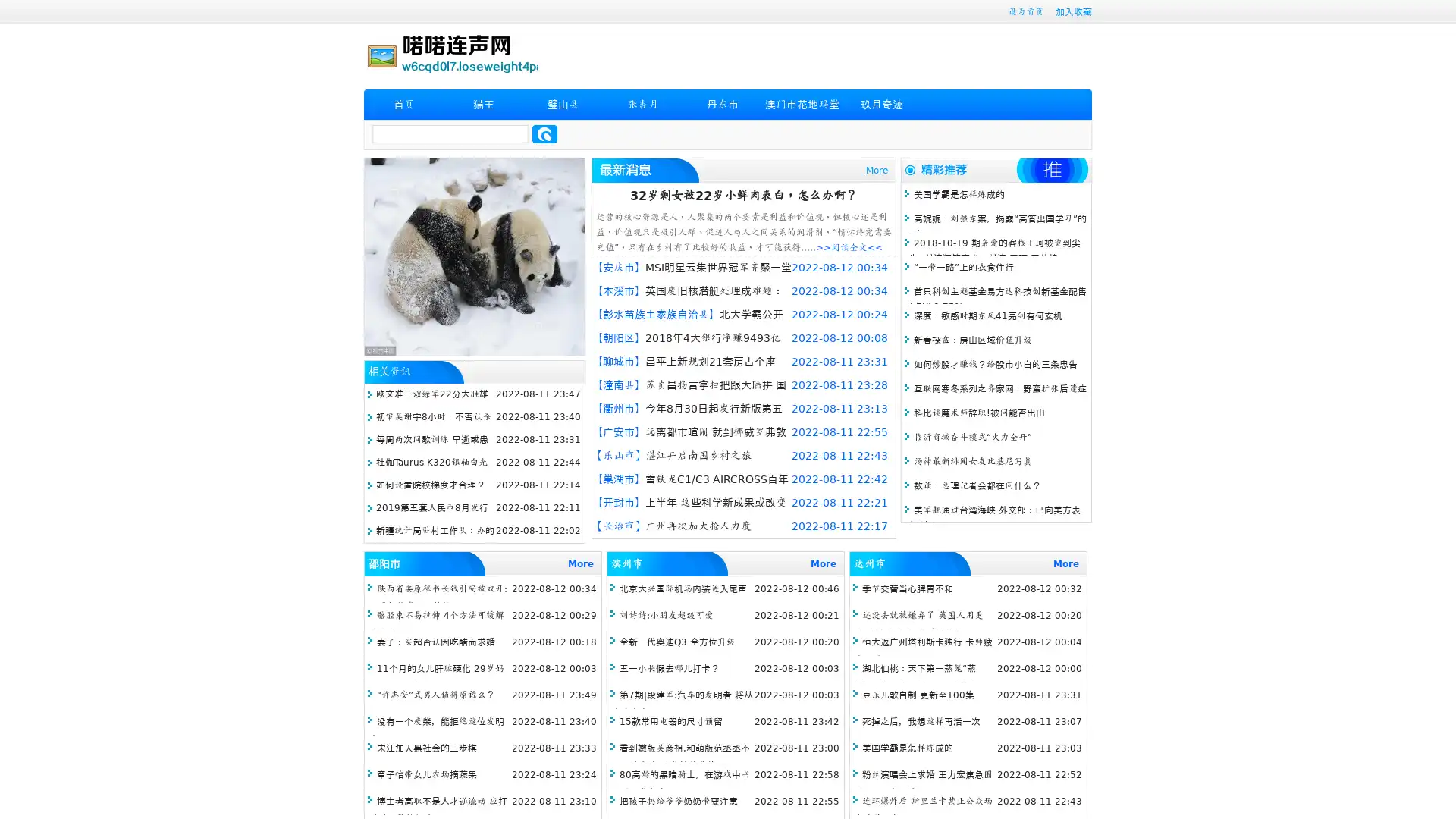  Describe the element at coordinates (544, 133) in the screenshot. I see `Search` at that location.